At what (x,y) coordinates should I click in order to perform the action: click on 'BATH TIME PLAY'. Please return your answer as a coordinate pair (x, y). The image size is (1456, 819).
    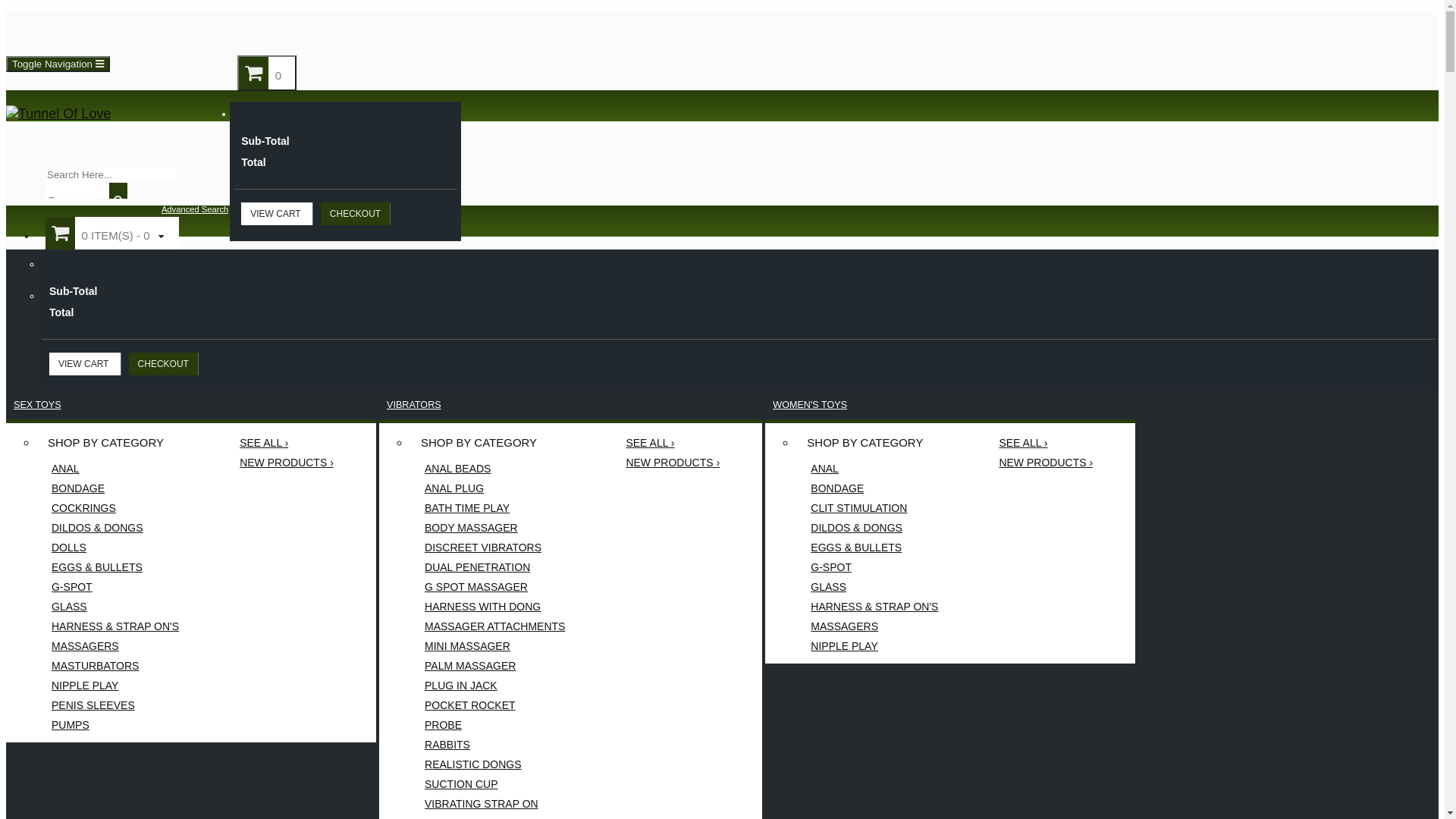
    Looking at the image, I should click on (494, 508).